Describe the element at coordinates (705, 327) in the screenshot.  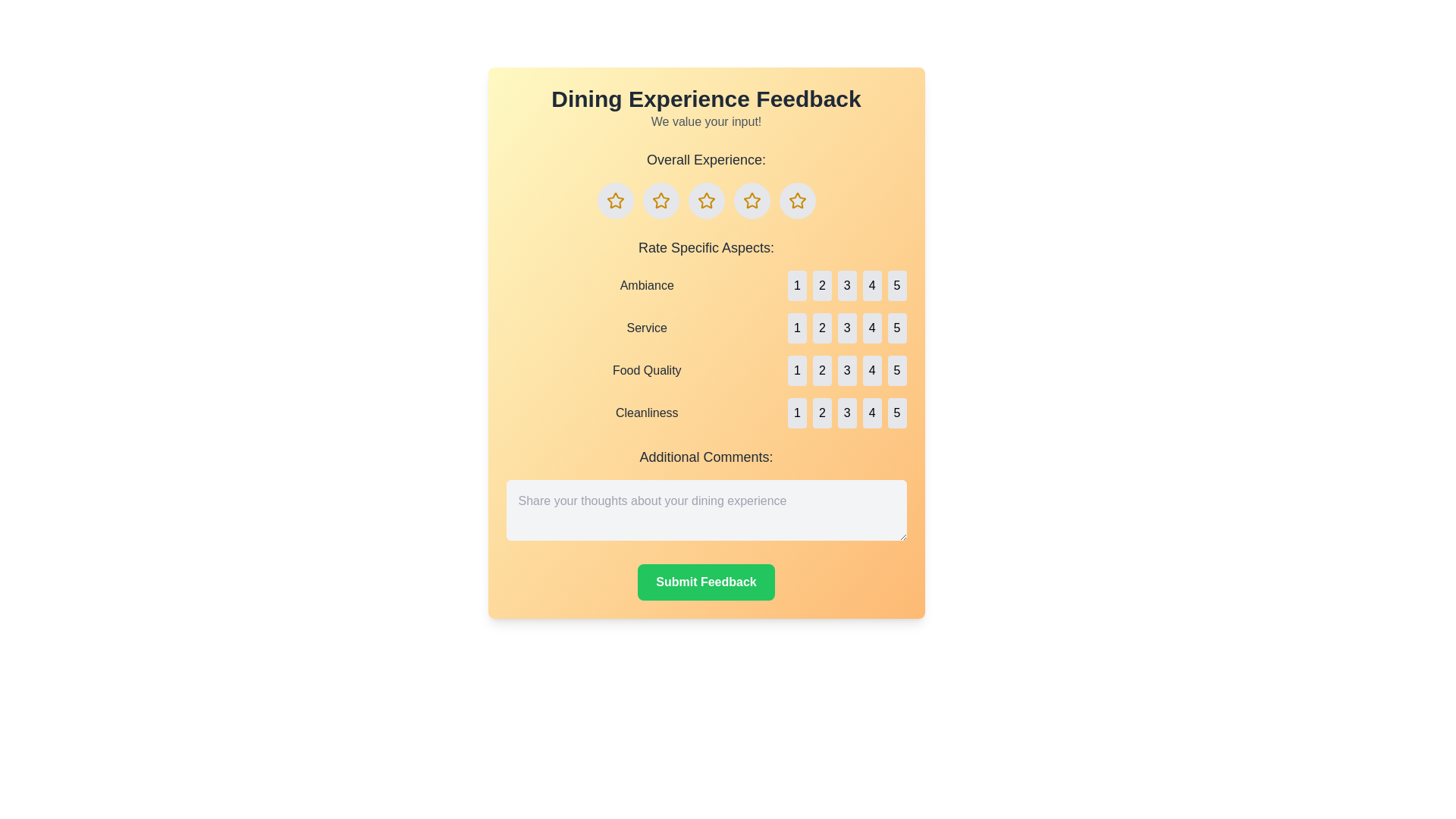
I see `the interactive rating buttons for the 'Service' aspect, which is located under 'Rate Specific Aspects:' in the second item of the list, between 'Ambiance' and 'Food Quality'` at that location.